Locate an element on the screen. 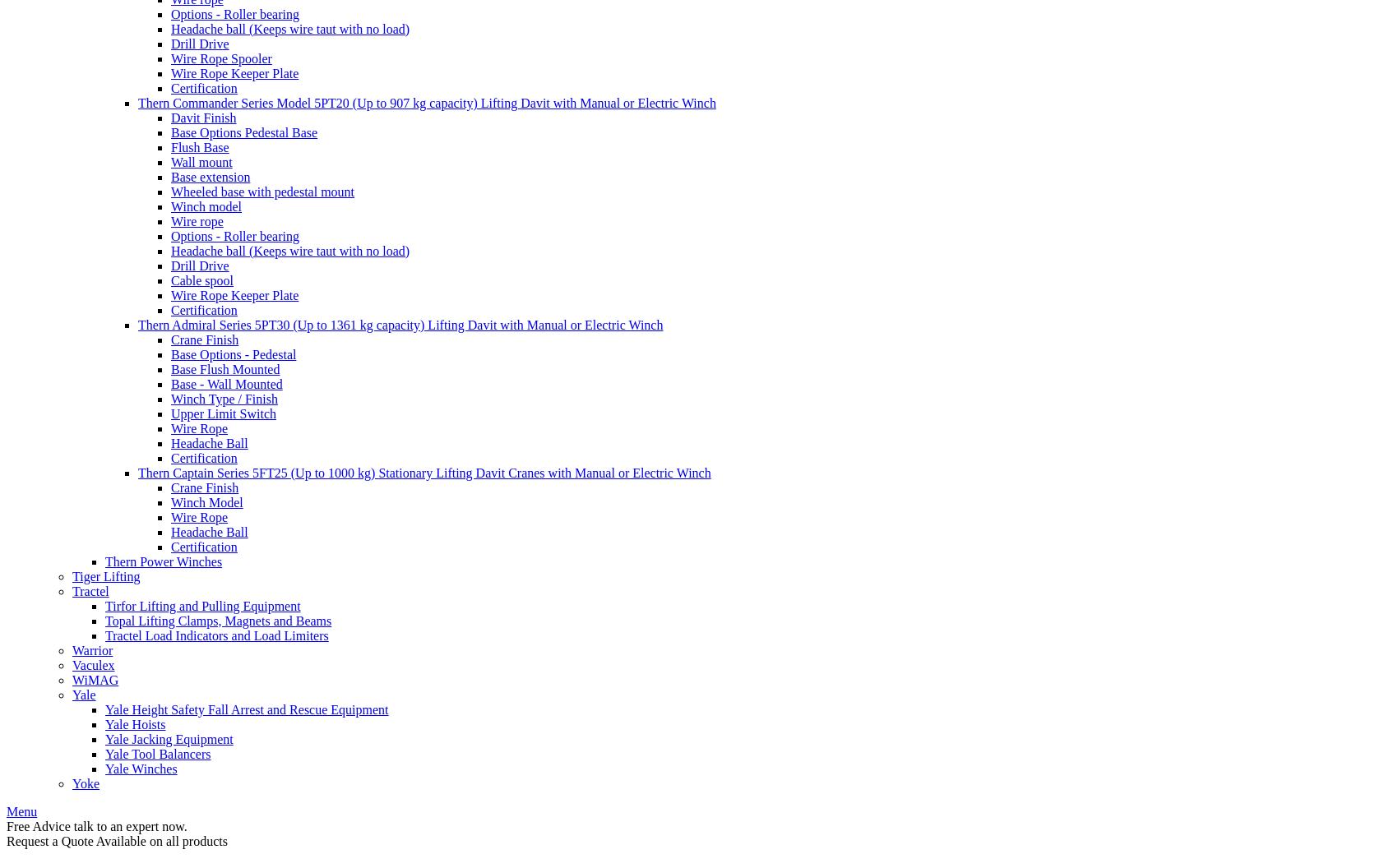 Image resolution: width=1398 pixels, height=868 pixels. 'Upper Limit Switch' is located at coordinates (170, 412).